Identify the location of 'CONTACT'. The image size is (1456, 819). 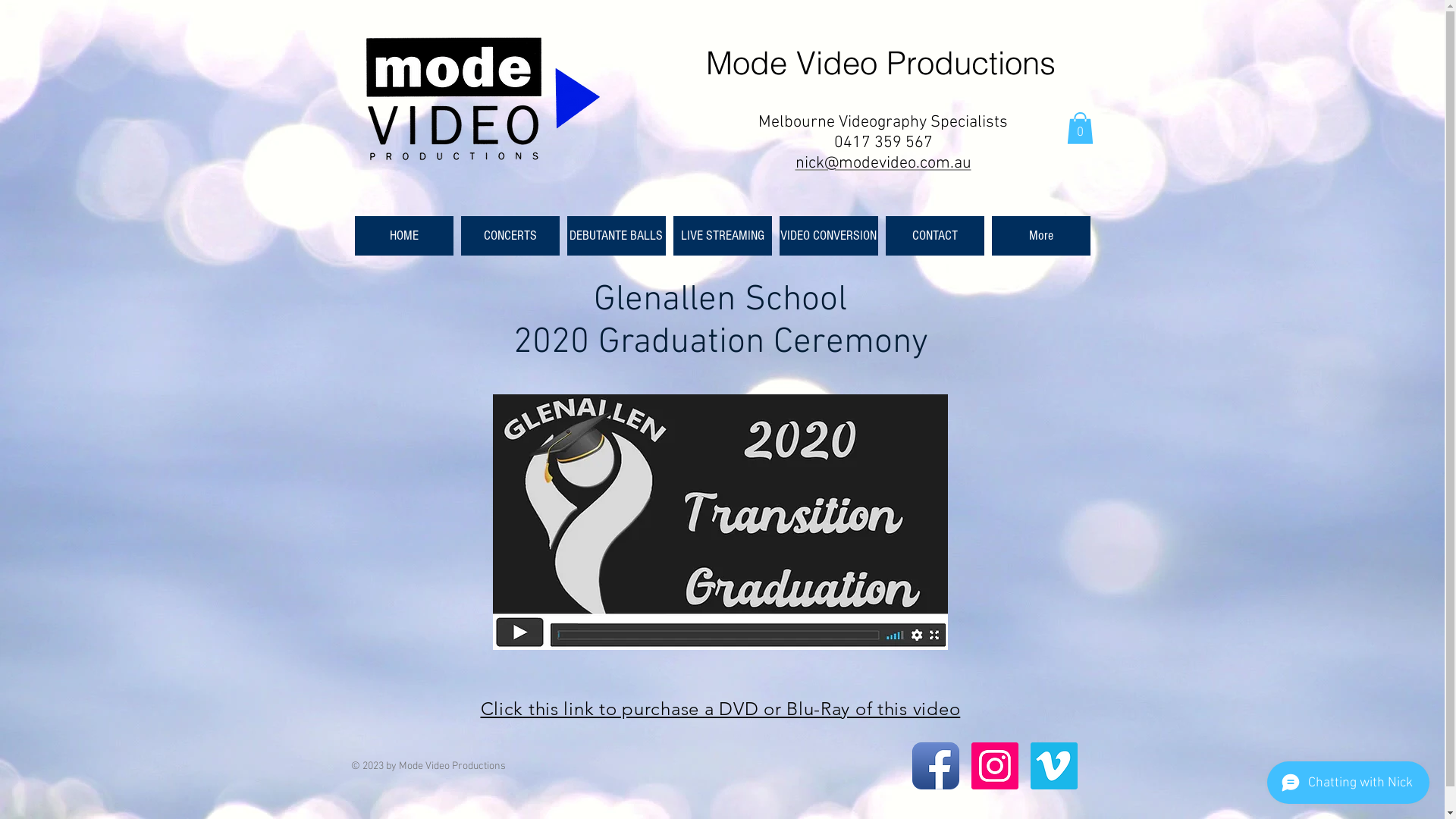
(934, 236).